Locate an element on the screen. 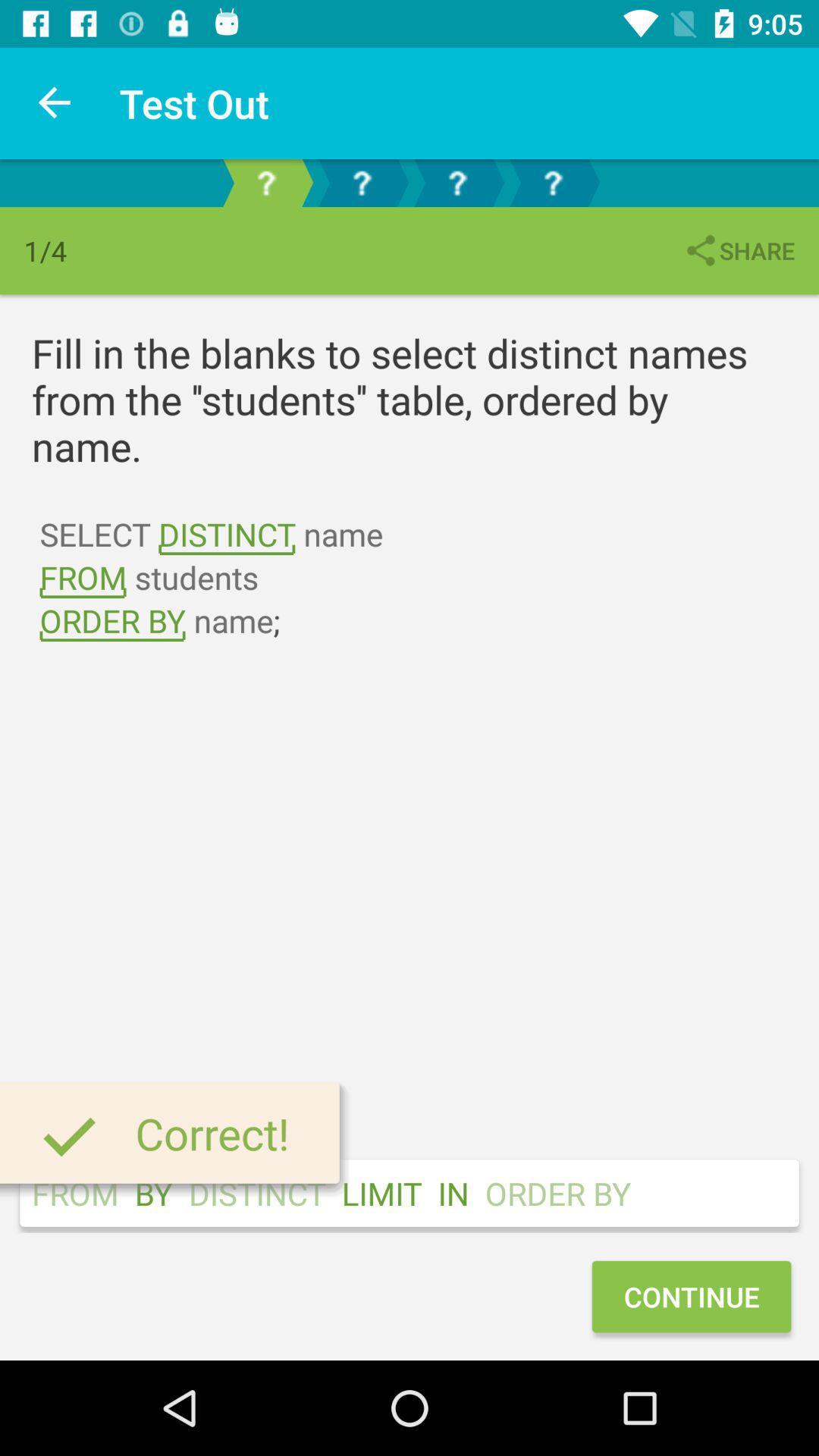 The image size is (819, 1456). the continue item is located at coordinates (691, 1295).